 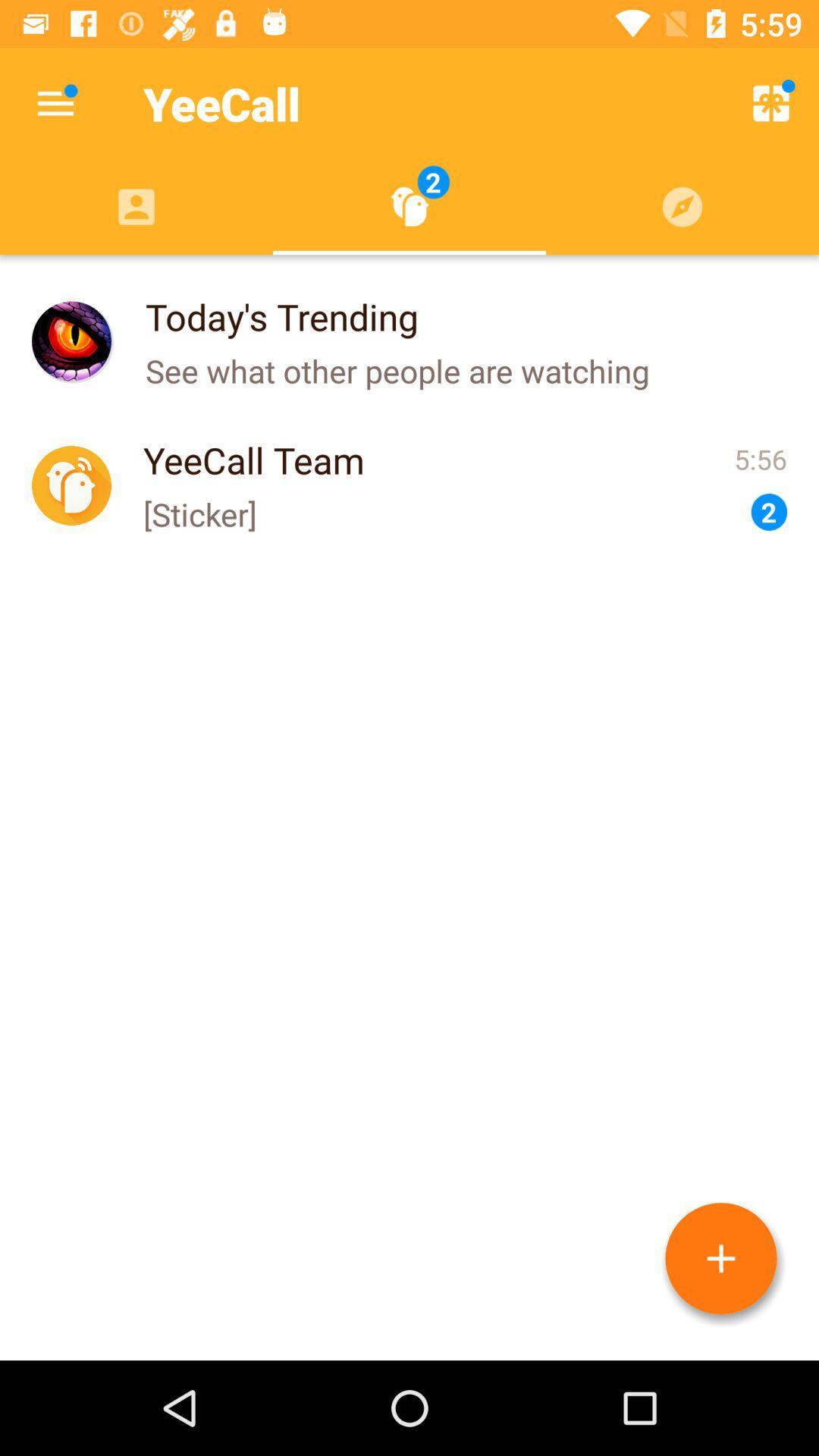 What do you see at coordinates (720, 1258) in the screenshot?
I see `new yeecall` at bounding box center [720, 1258].